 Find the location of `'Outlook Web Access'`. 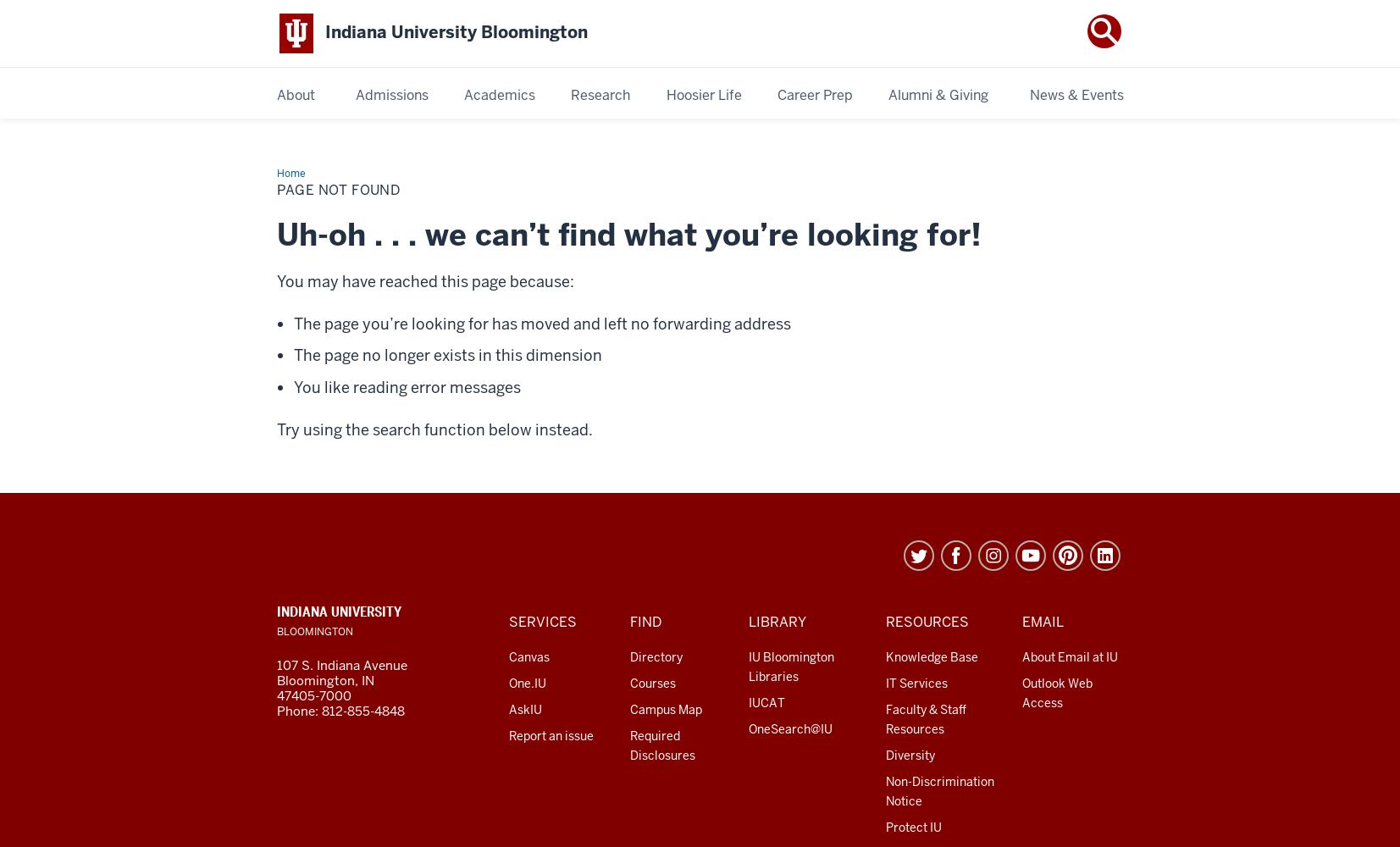

'Outlook Web Access' is located at coordinates (1057, 691).